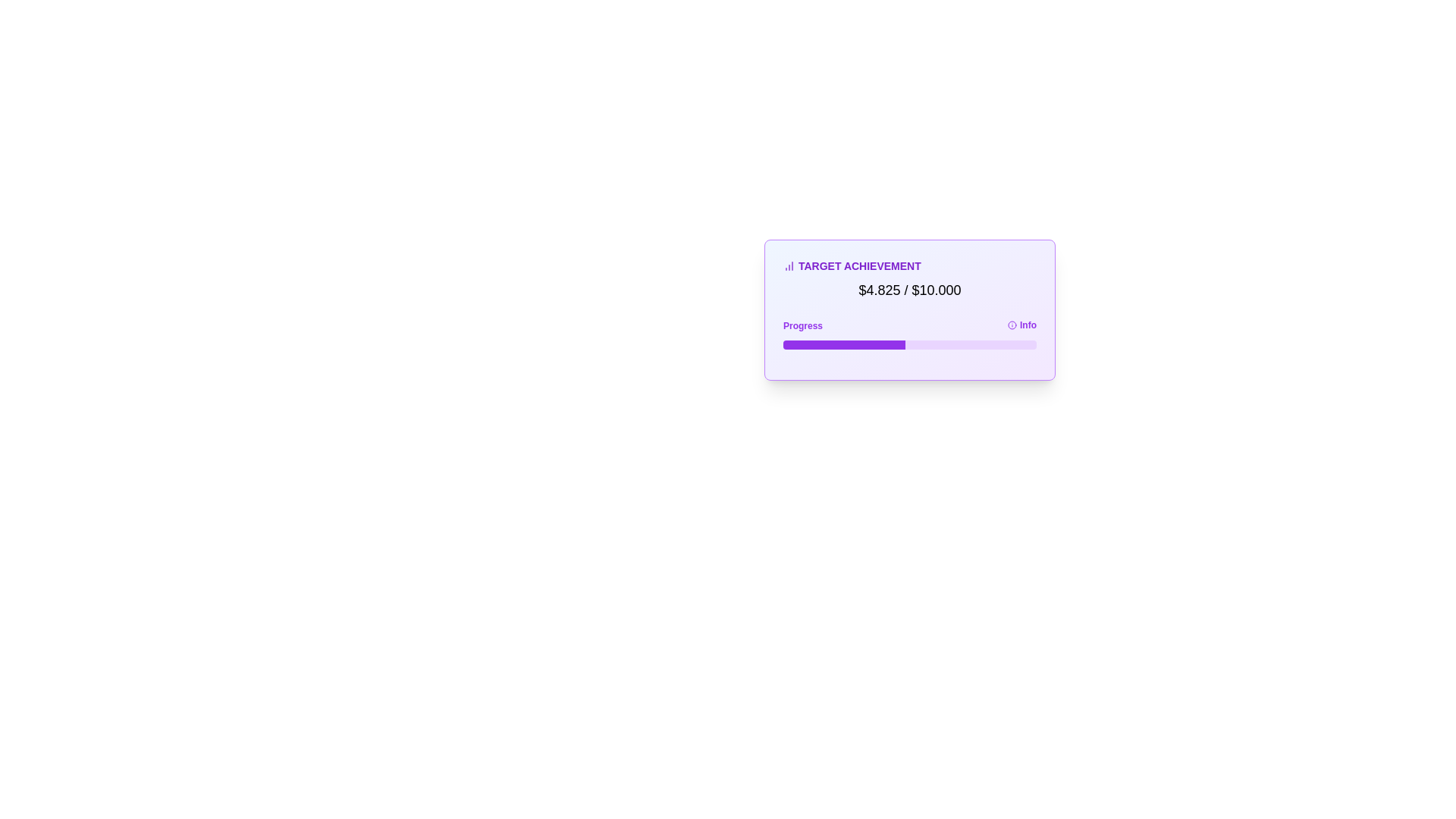 The width and height of the screenshot is (1456, 819). What do you see at coordinates (1012, 324) in the screenshot?
I see `the circle part of the info icon located at the bottom-right corner of the 'Target Achievement' panel` at bounding box center [1012, 324].